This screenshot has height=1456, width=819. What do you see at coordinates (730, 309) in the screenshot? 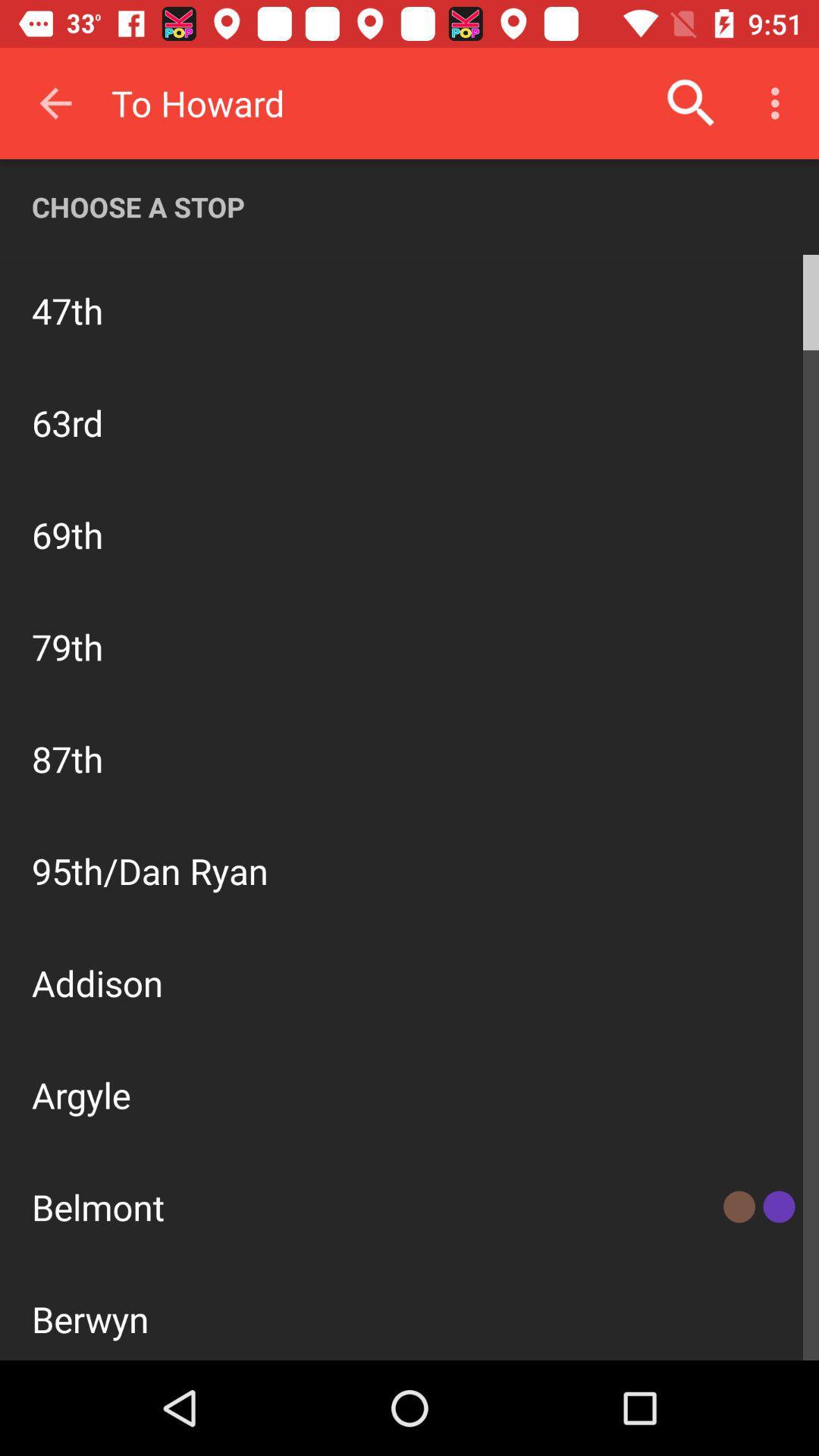
I see `the icon to the right of north bound icon` at bounding box center [730, 309].